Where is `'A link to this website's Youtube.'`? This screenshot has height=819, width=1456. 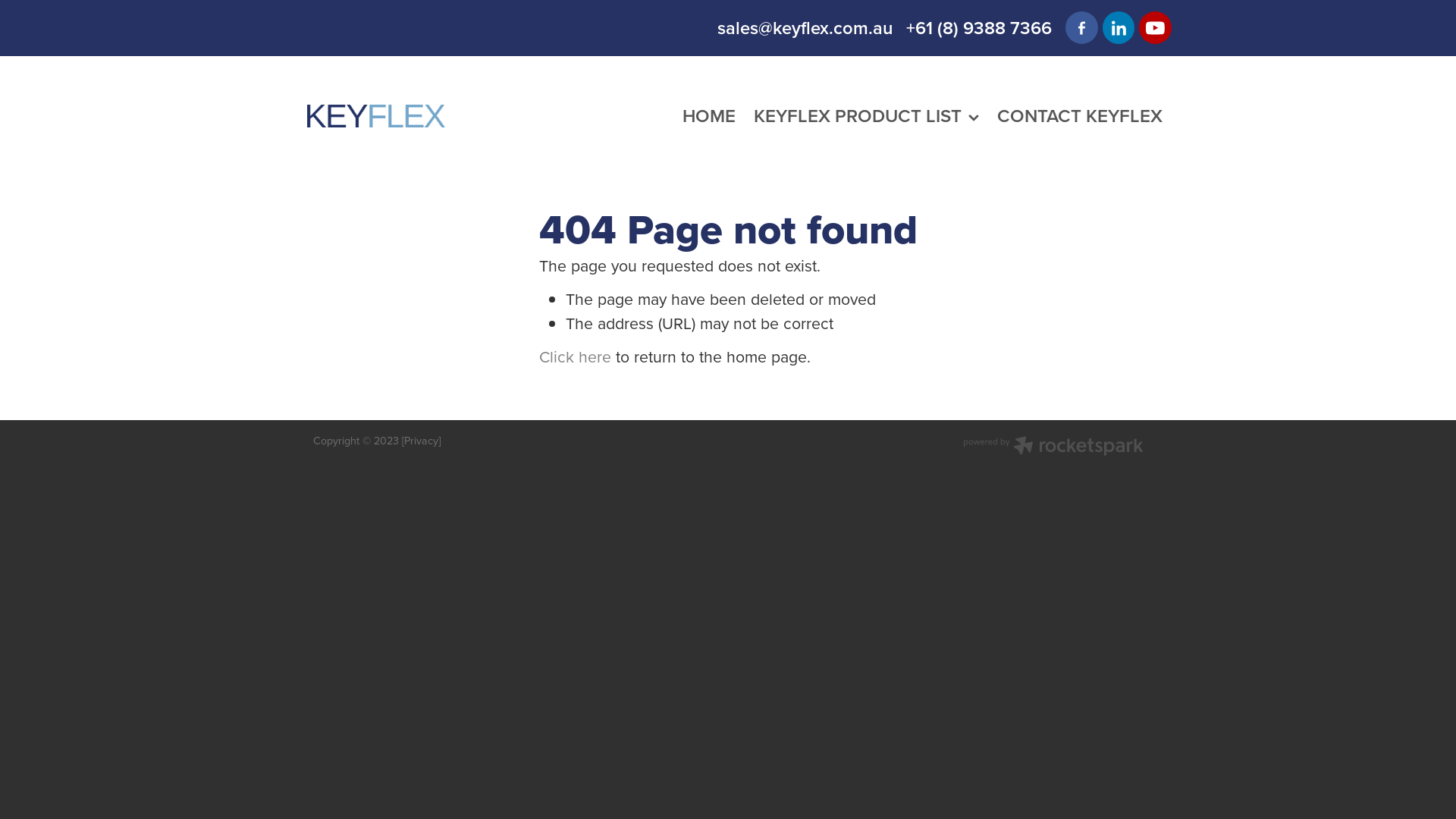 'A link to this website's Youtube.' is located at coordinates (1154, 27).